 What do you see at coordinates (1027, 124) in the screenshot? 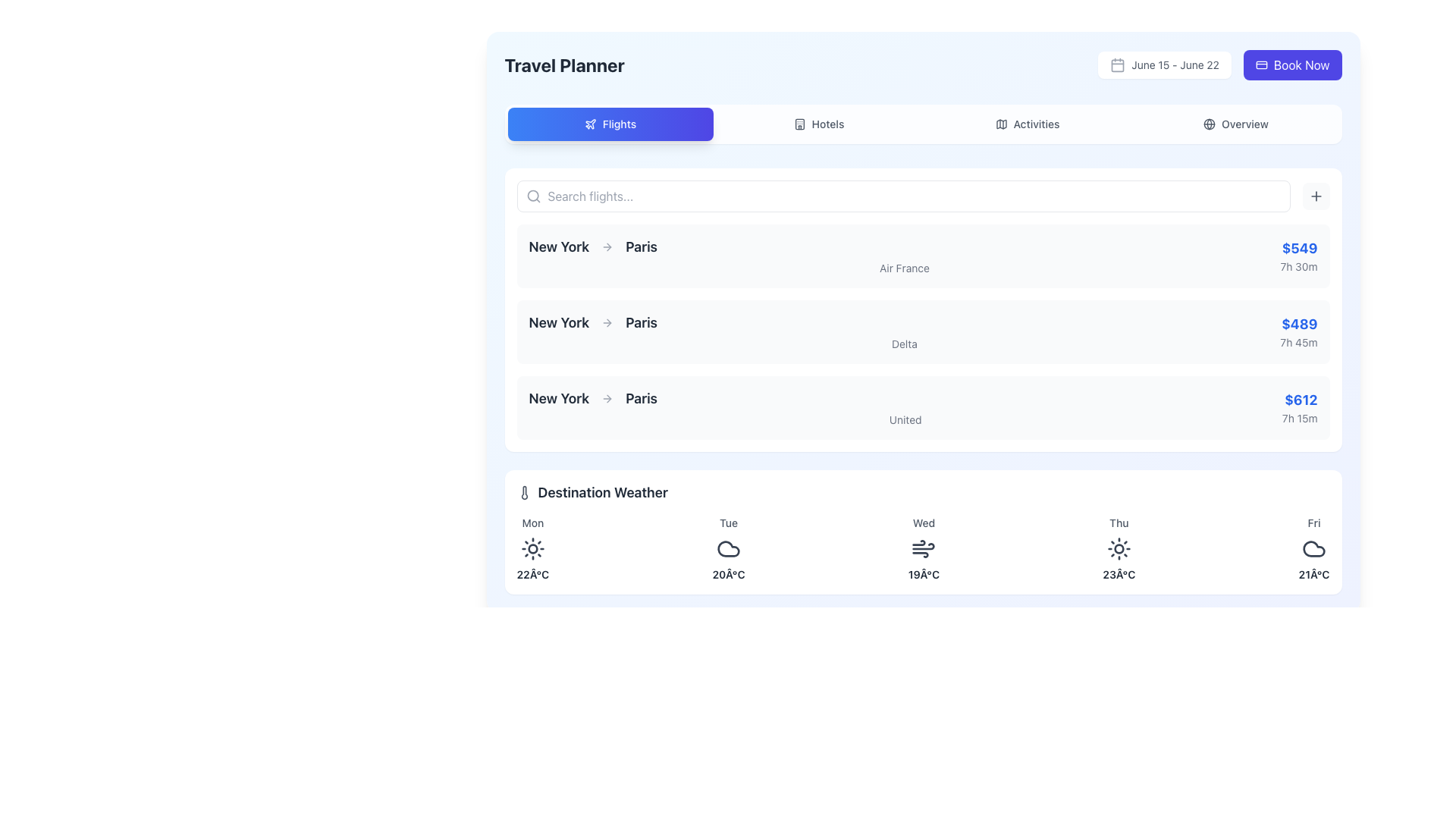
I see `the navigation tab button located in the third position of the horizontal navigation bar, which is situated between the 'Hotels' tab and the 'Overview' tab` at bounding box center [1027, 124].